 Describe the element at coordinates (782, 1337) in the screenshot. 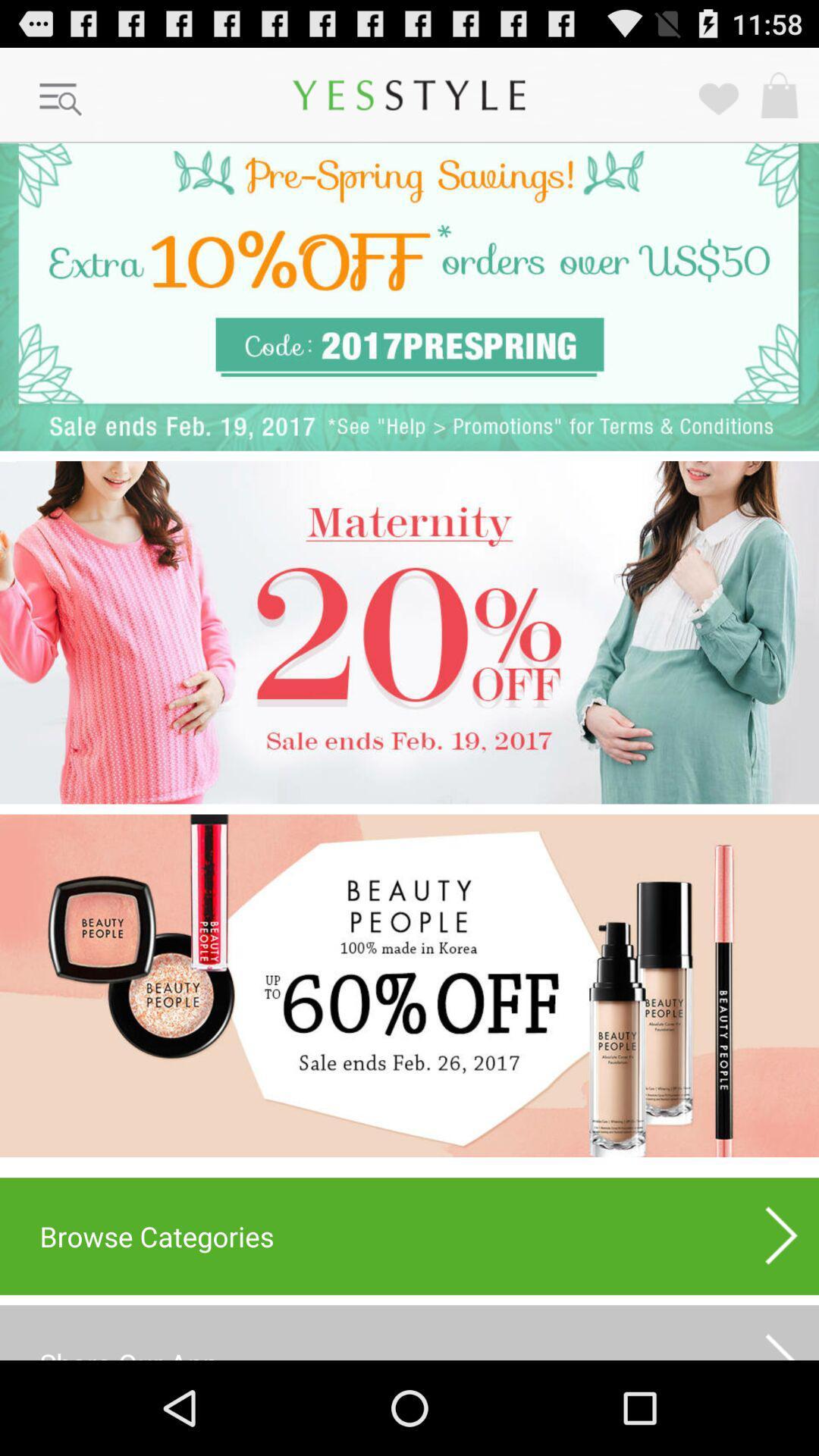

I see `app below browse categories item` at that location.